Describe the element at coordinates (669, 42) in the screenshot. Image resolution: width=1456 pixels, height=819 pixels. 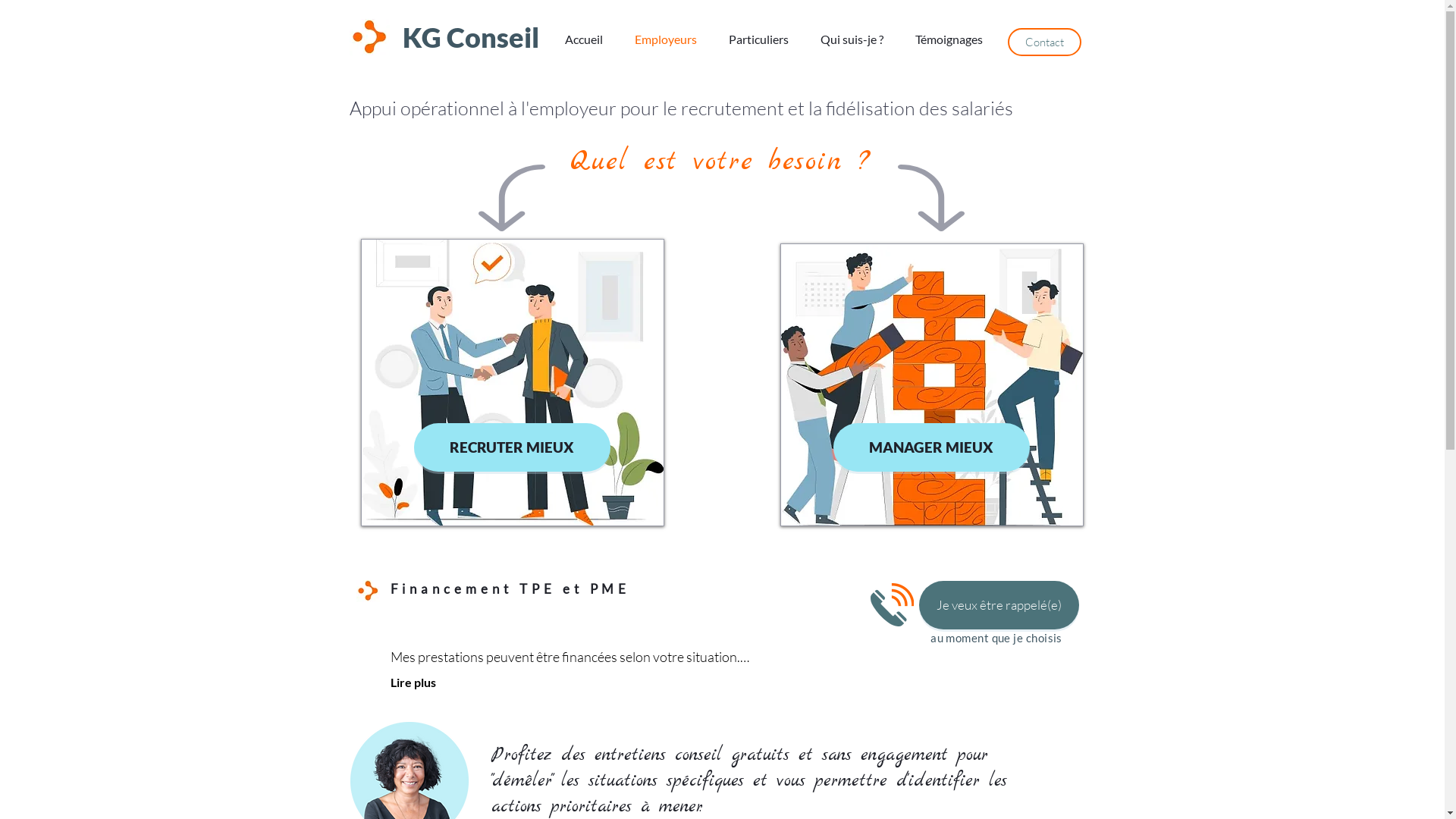
I see `'Employeurs'` at that location.